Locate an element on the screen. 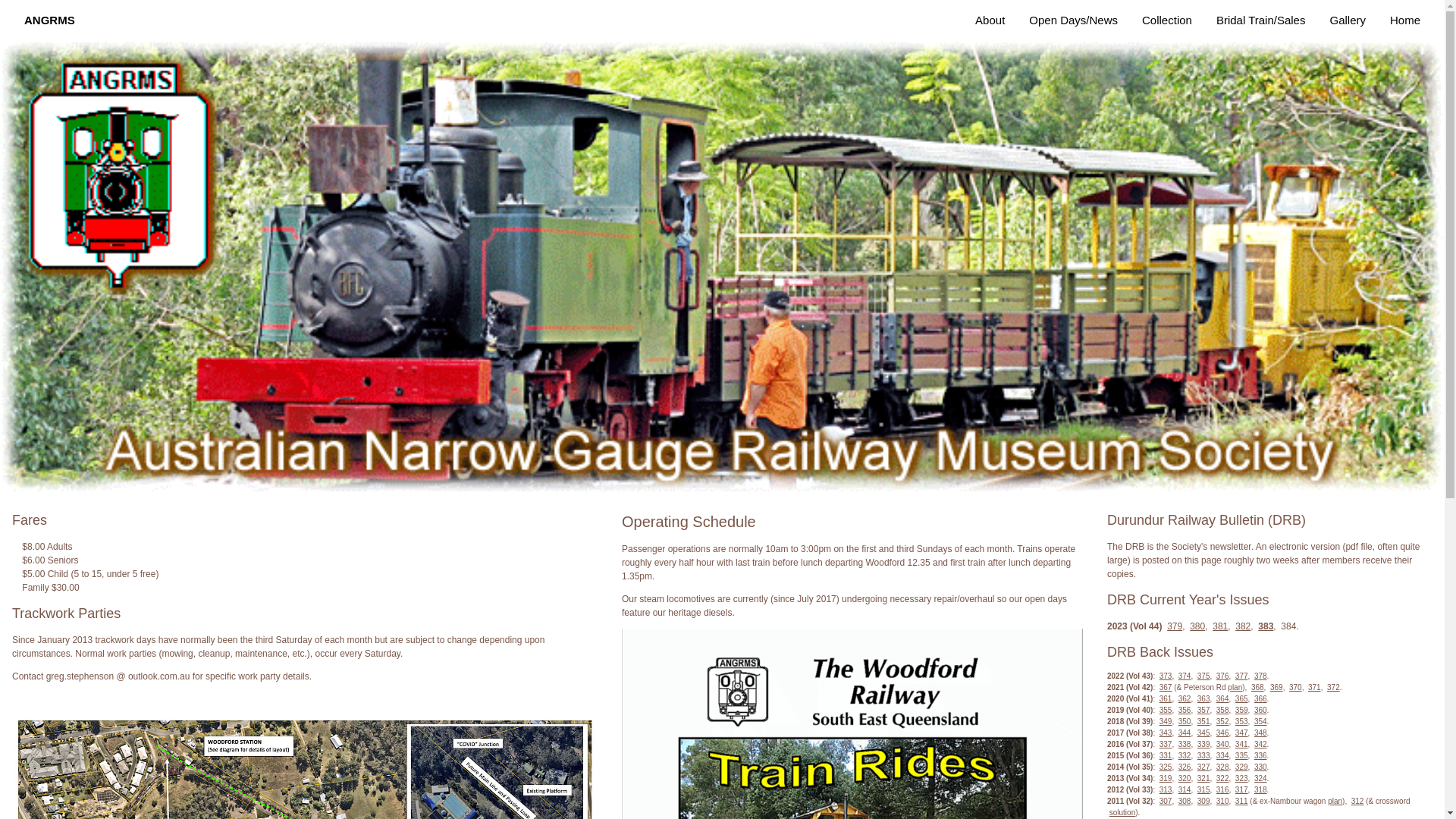 The width and height of the screenshot is (1456, 819). '378' is located at coordinates (1260, 675).